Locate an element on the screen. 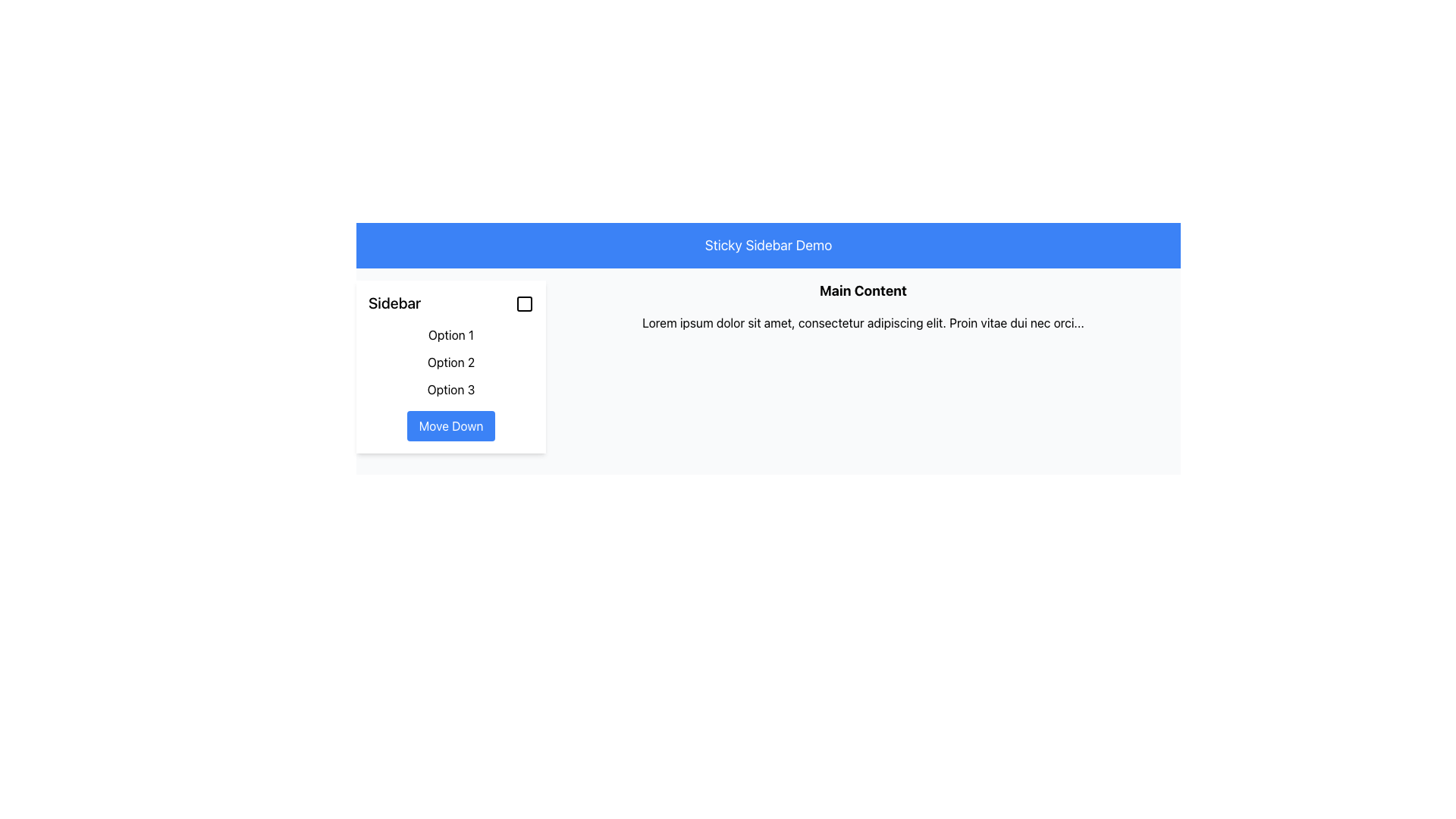  the 'Option 2' link in the sidebar is located at coordinates (450, 362).